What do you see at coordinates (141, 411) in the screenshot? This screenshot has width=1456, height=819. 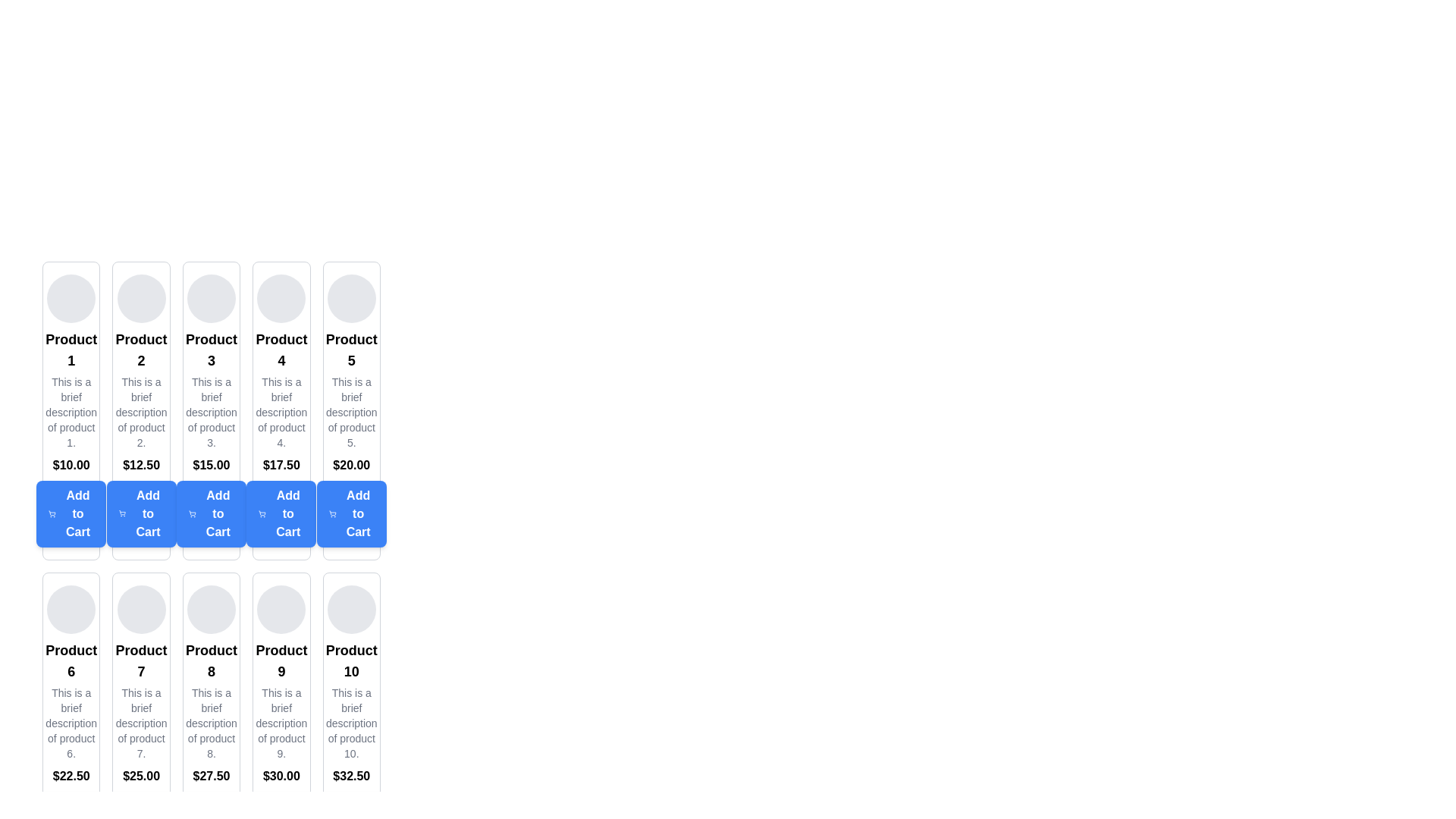 I see `description and price details from the 'Product 2' card component, which is the second card in the first row of the grid` at bounding box center [141, 411].